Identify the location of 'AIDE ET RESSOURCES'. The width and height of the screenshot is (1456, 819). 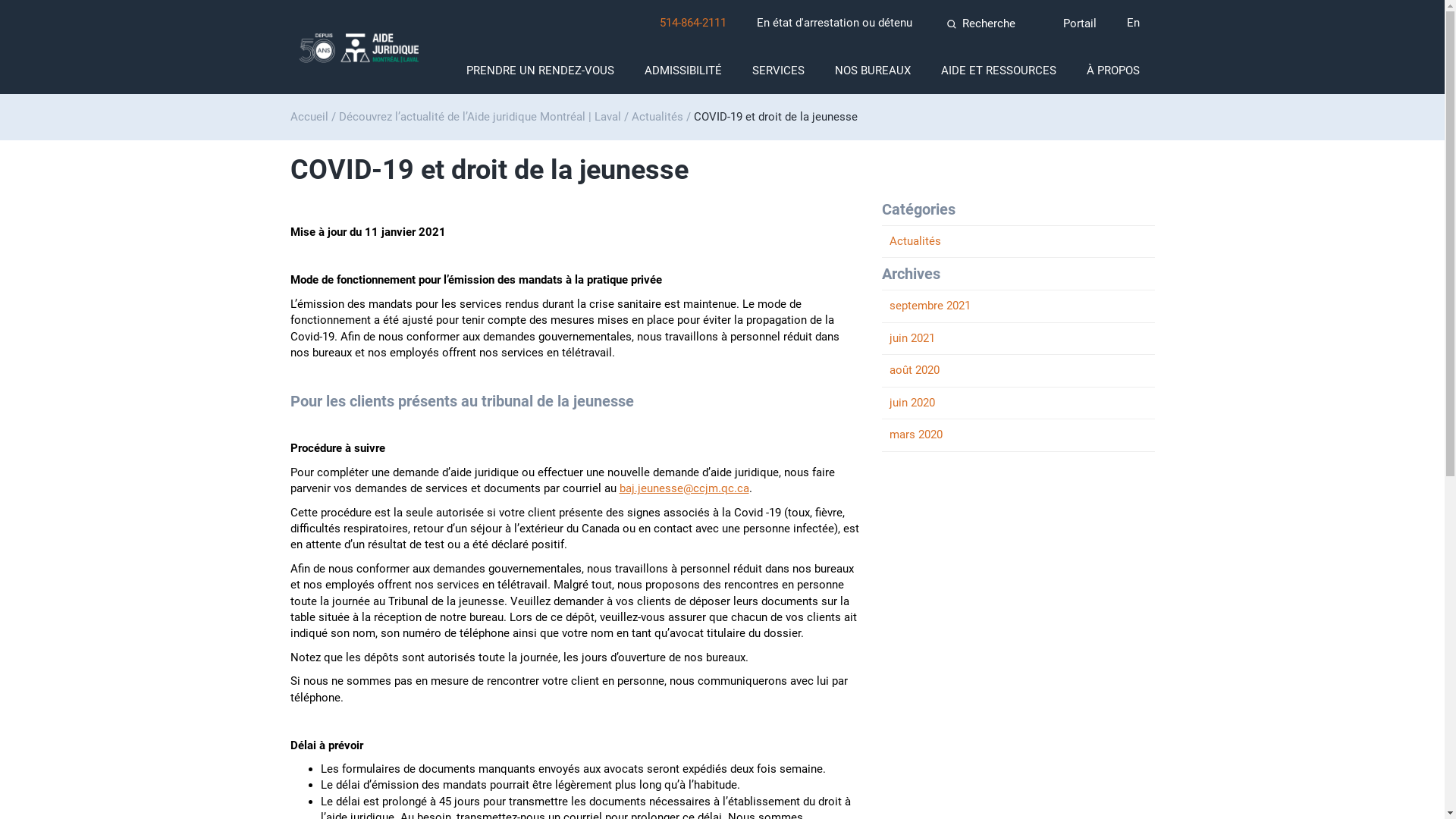
(997, 71).